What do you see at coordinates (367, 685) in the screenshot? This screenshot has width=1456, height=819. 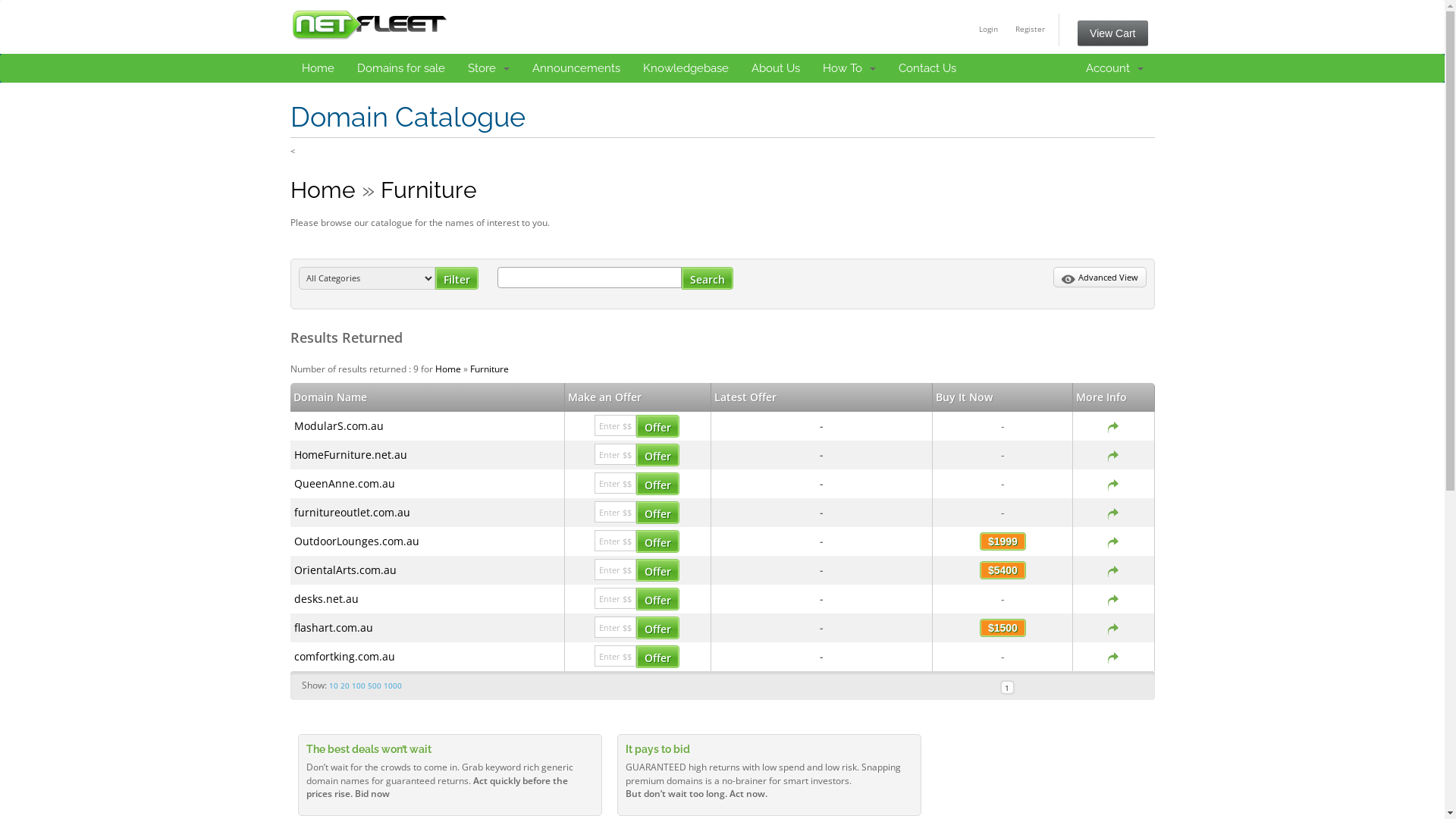 I see `'500'` at bounding box center [367, 685].